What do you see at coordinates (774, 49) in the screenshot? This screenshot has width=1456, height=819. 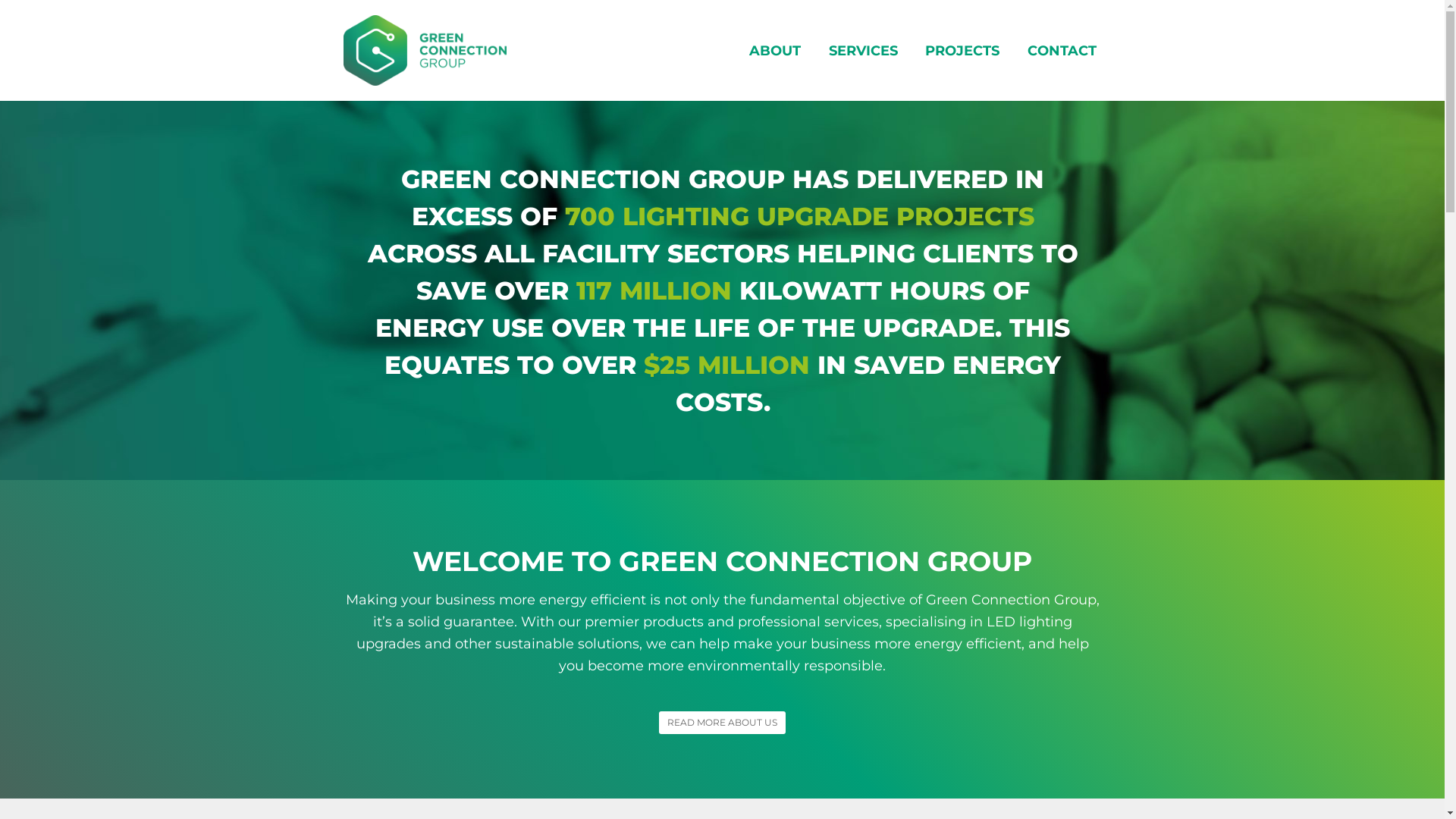 I see `'ABOUT'` at bounding box center [774, 49].